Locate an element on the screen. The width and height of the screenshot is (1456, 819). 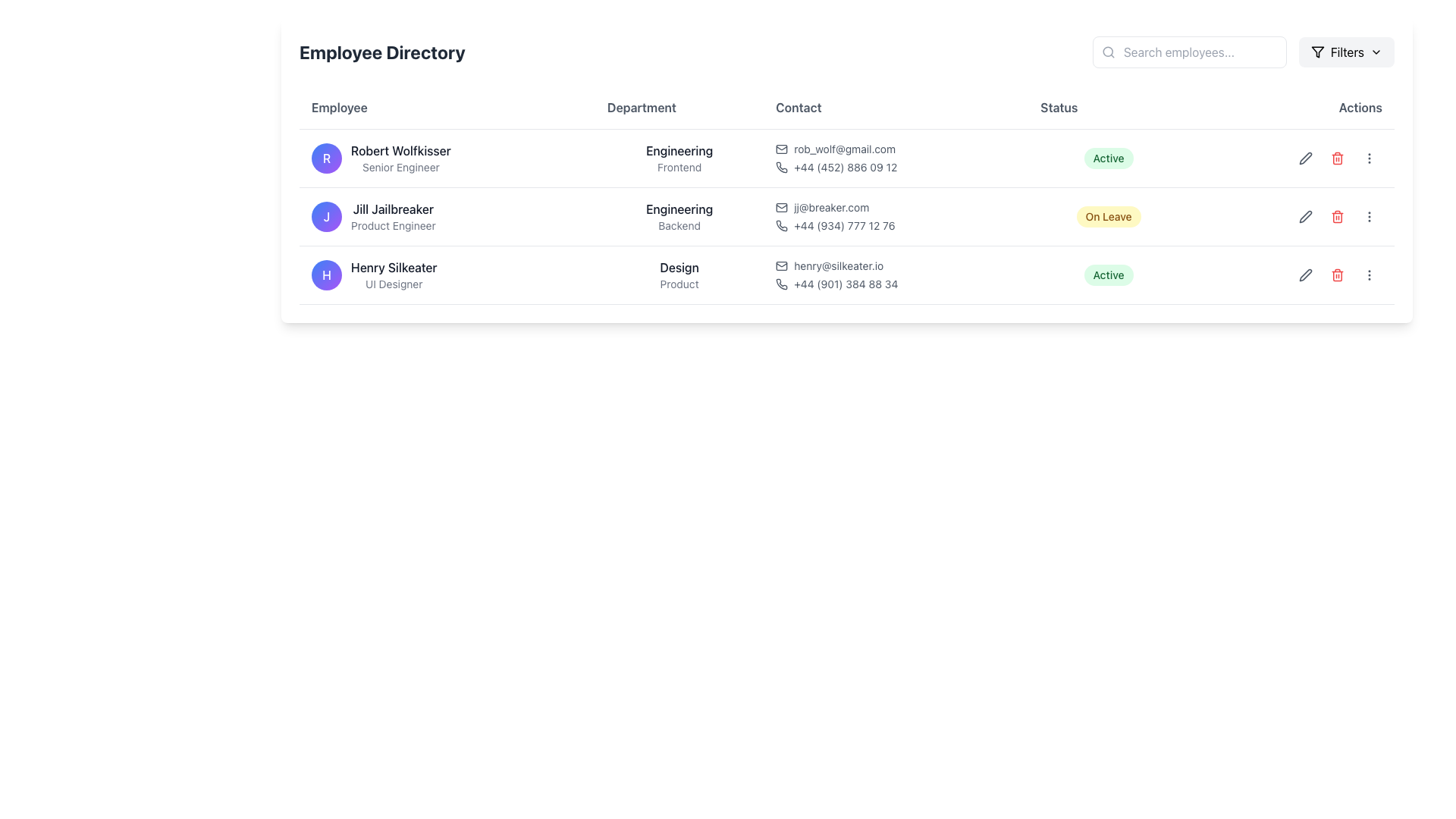
the edit icon in the 'Actions' column for the employee 'Jill Jailbreaker' is located at coordinates (1291, 216).